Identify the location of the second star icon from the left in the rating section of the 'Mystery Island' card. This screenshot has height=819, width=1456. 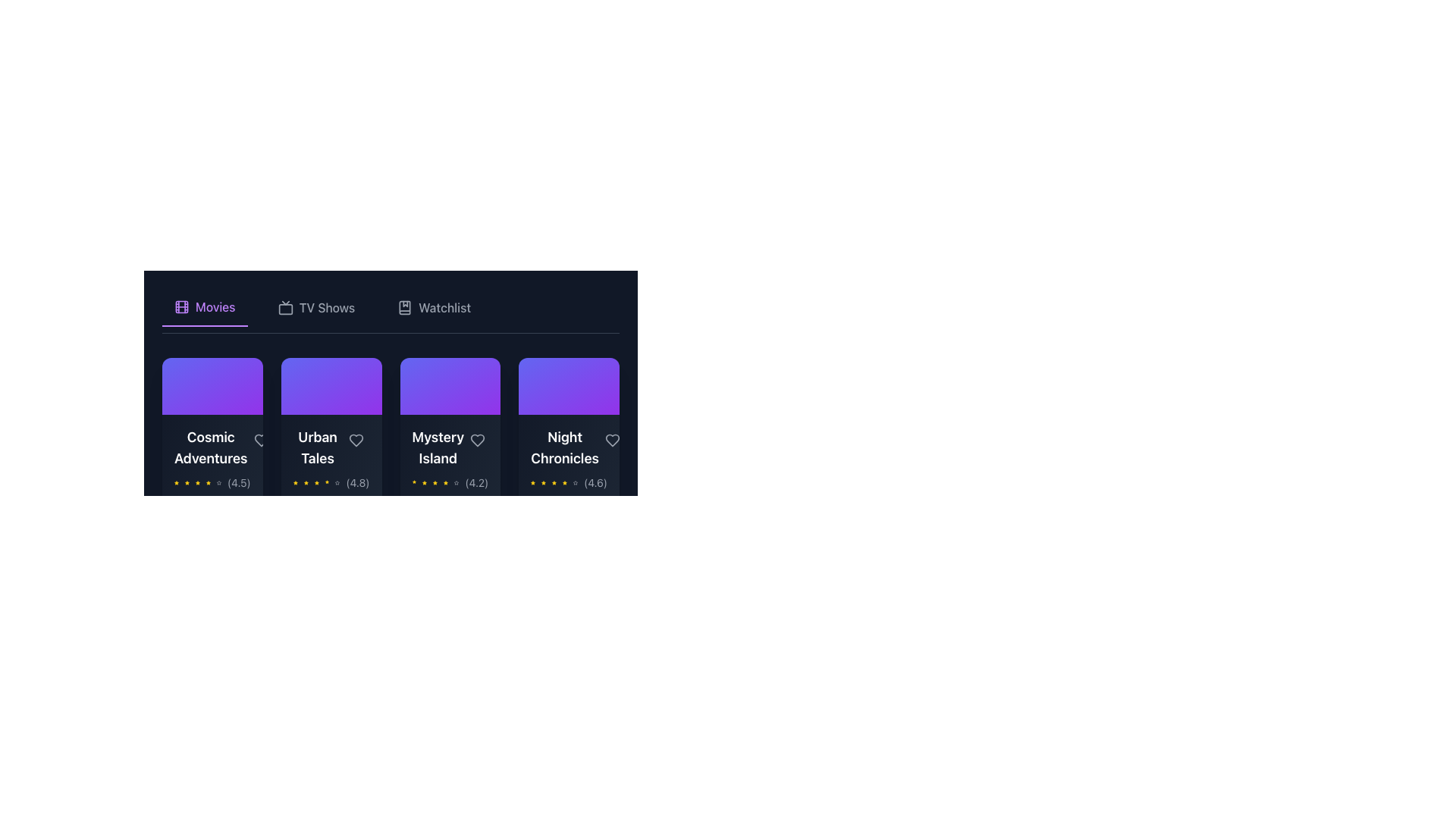
(425, 482).